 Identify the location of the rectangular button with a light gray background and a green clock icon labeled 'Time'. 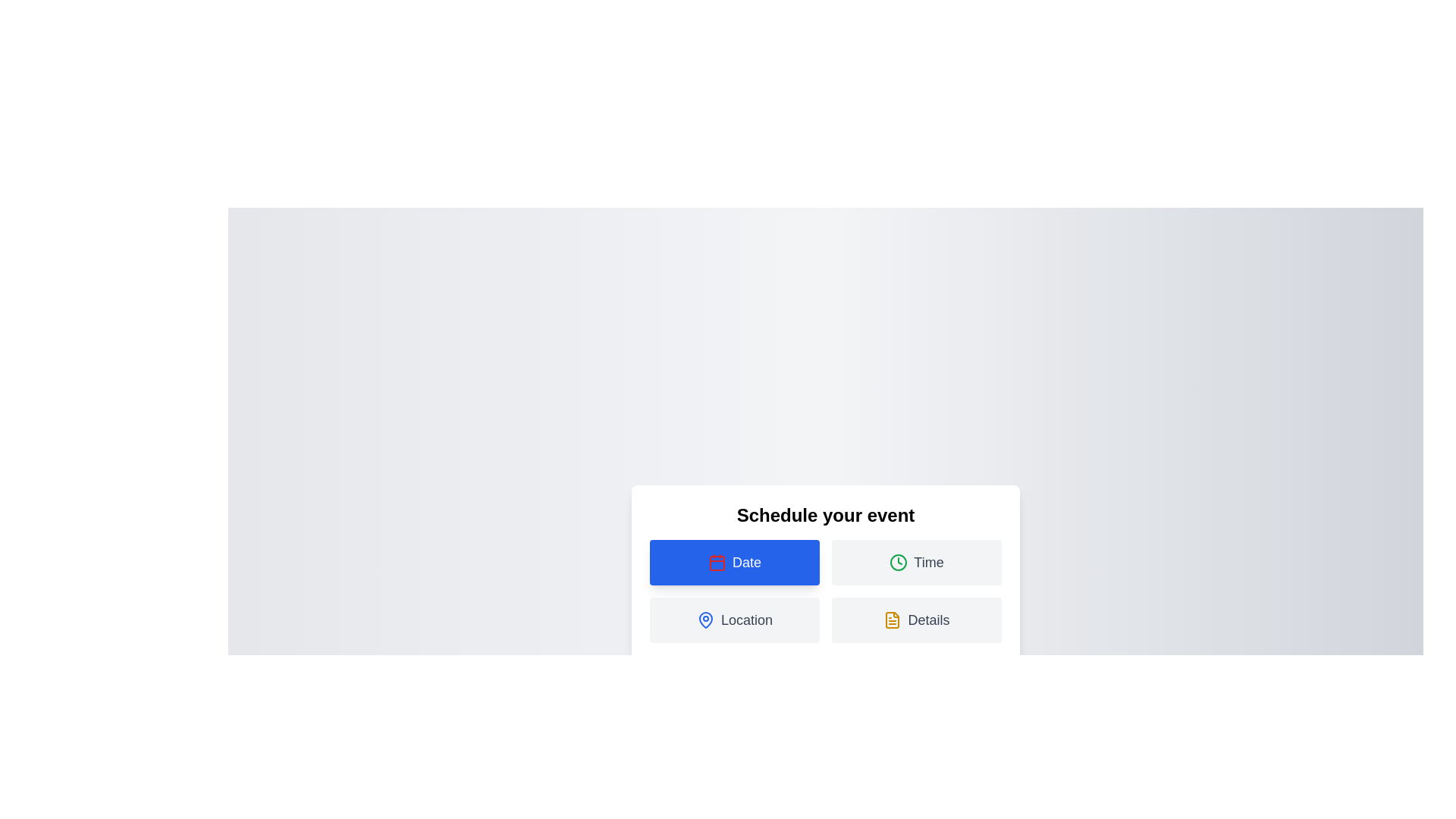
(916, 562).